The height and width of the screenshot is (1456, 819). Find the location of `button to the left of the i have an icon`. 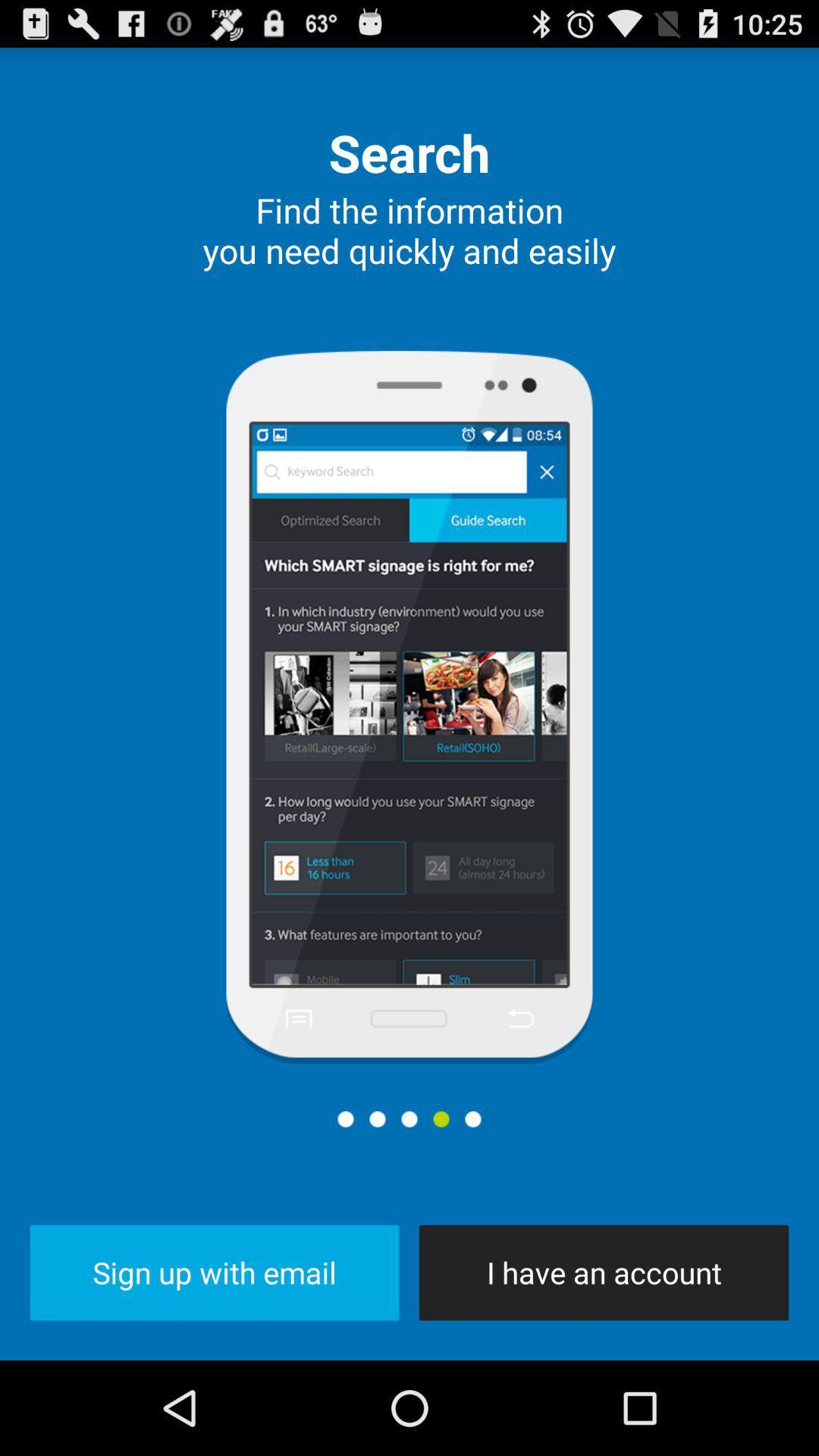

button to the left of the i have an icon is located at coordinates (215, 1272).